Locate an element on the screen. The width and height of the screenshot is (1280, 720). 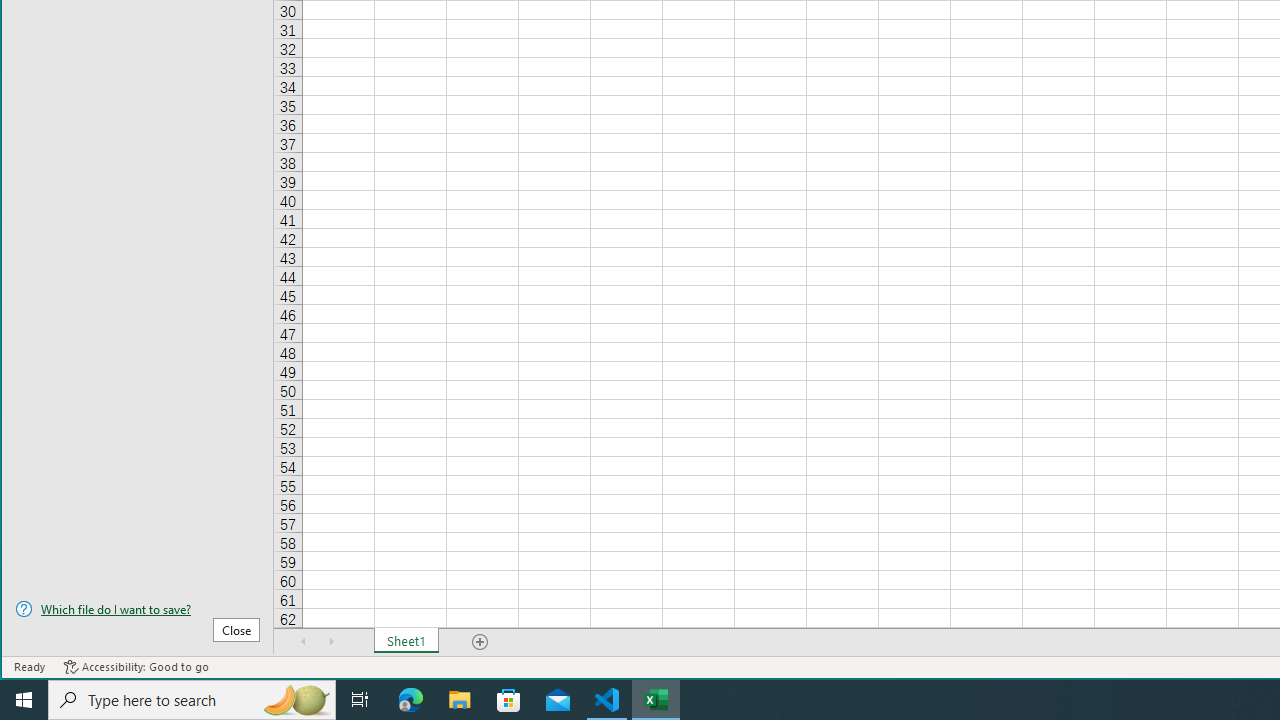
'File Explorer' is located at coordinates (459, 698).